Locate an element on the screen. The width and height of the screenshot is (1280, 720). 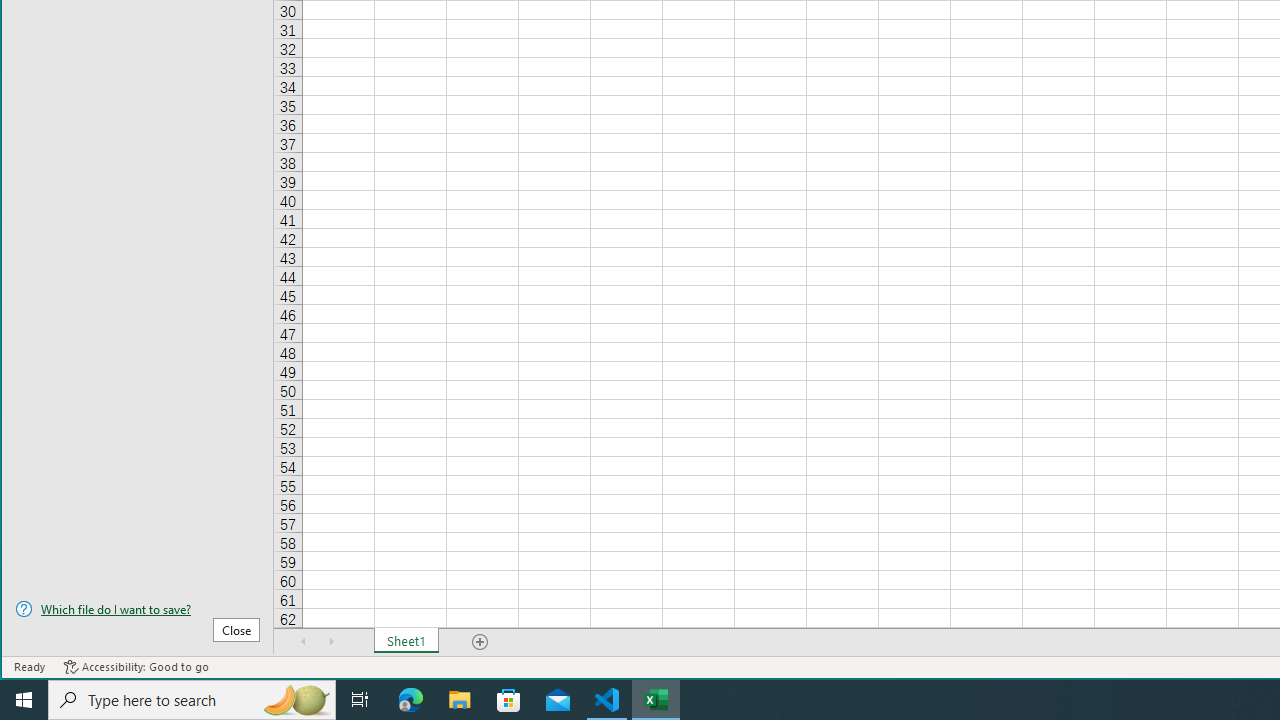
'File Explorer' is located at coordinates (459, 698).